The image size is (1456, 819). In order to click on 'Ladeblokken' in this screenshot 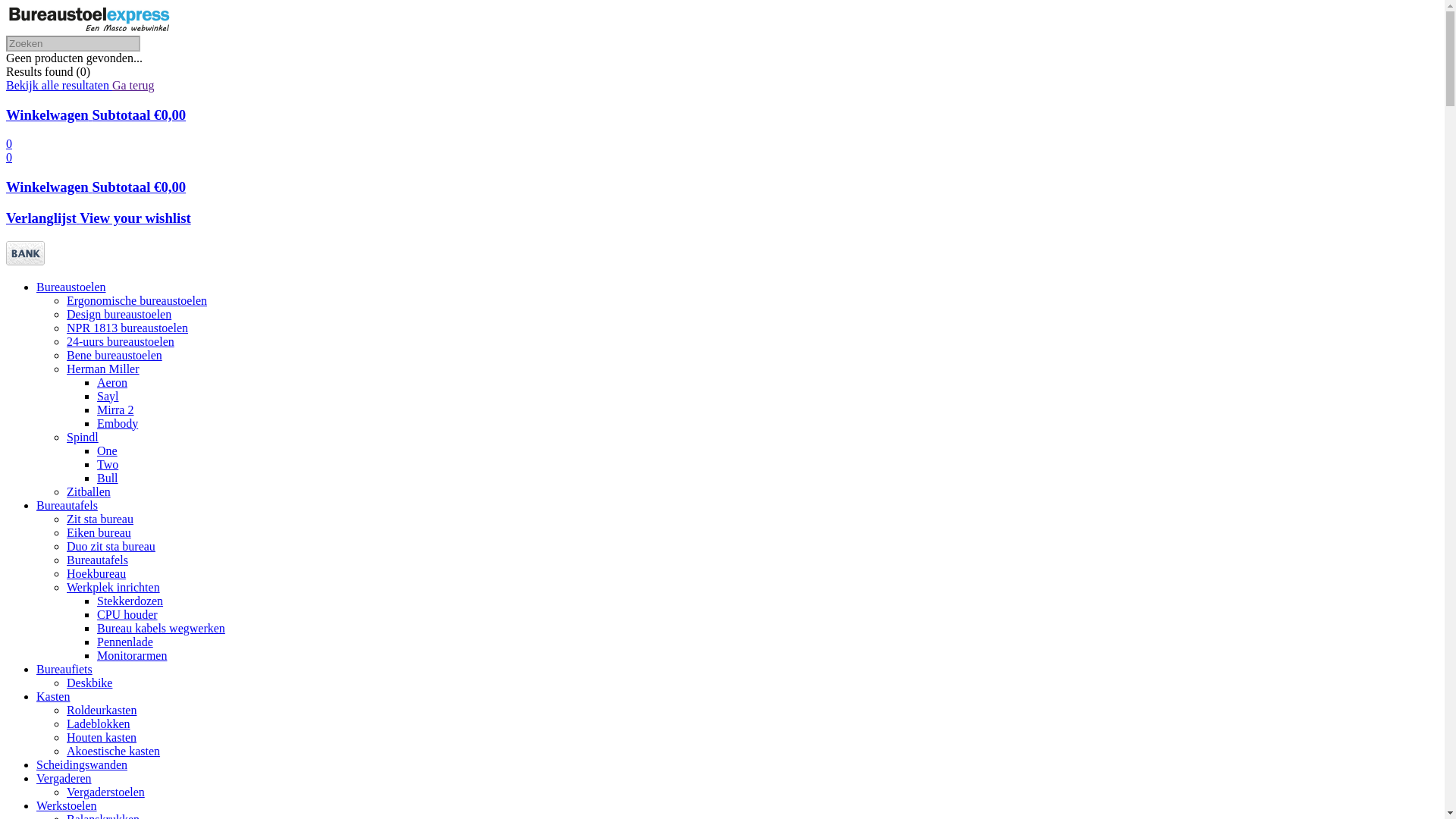, I will do `click(97, 723)`.